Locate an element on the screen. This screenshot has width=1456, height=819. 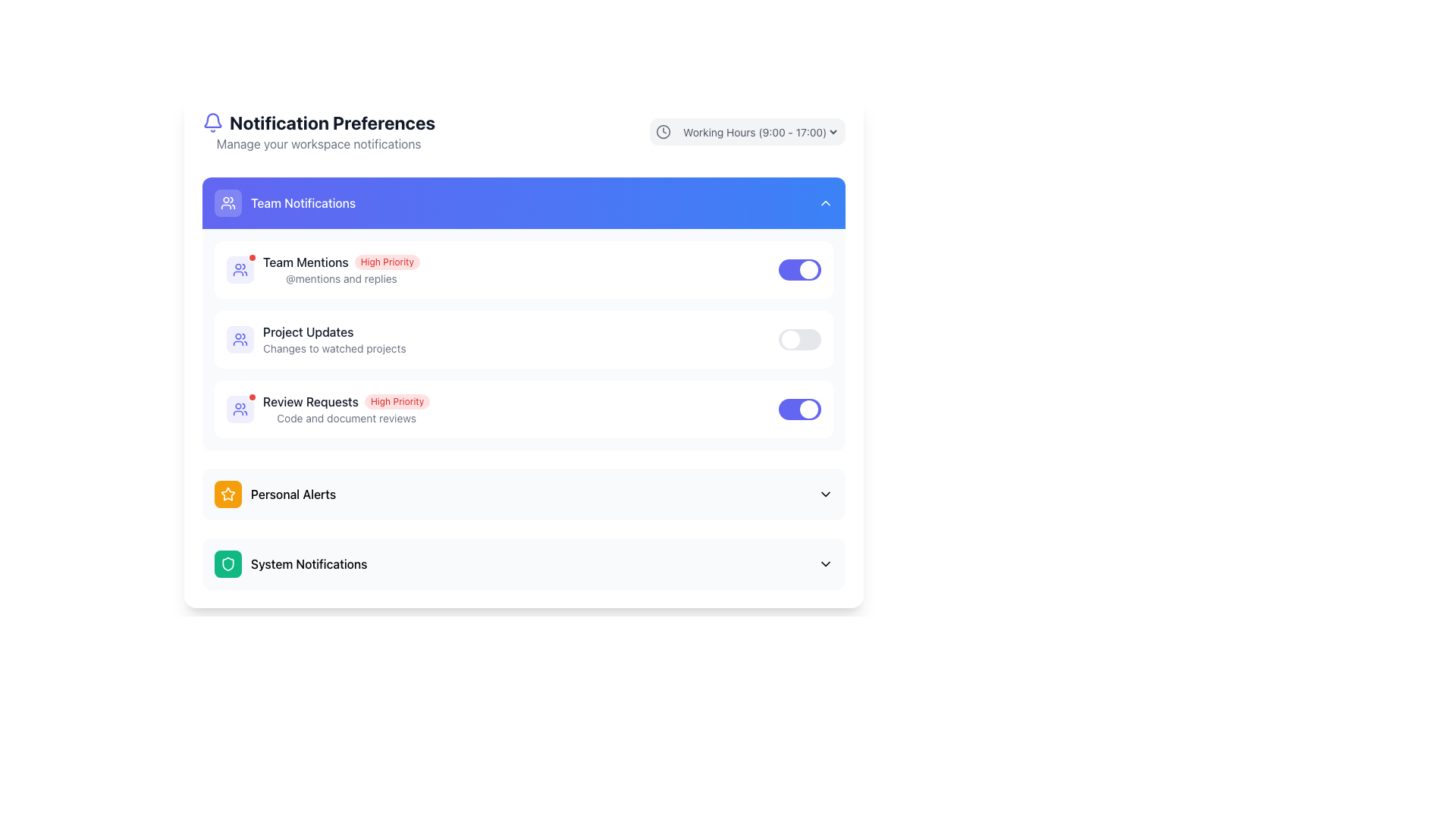
the 'Project Updates' toggle switch control panel section located under the 'Team Notifications' section, which allows users to enable or disable notifications for this category is located at coordinates (524, 338).